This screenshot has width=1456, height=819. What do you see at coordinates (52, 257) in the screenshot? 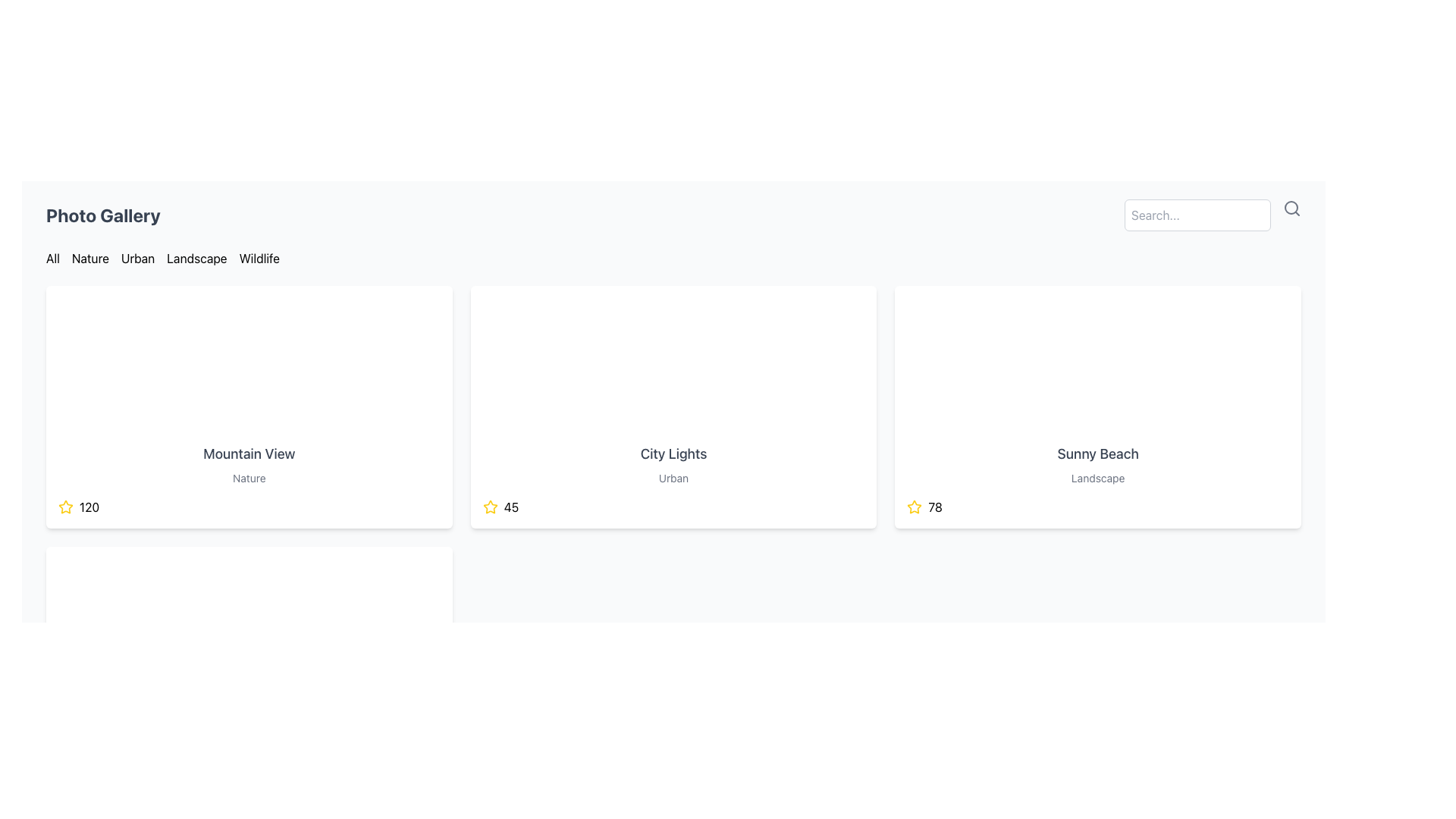
I see `the 'All' button located at the beginning of the navigation bar under the 'Photo Gallery' heading` at bounding box center [52, 257].